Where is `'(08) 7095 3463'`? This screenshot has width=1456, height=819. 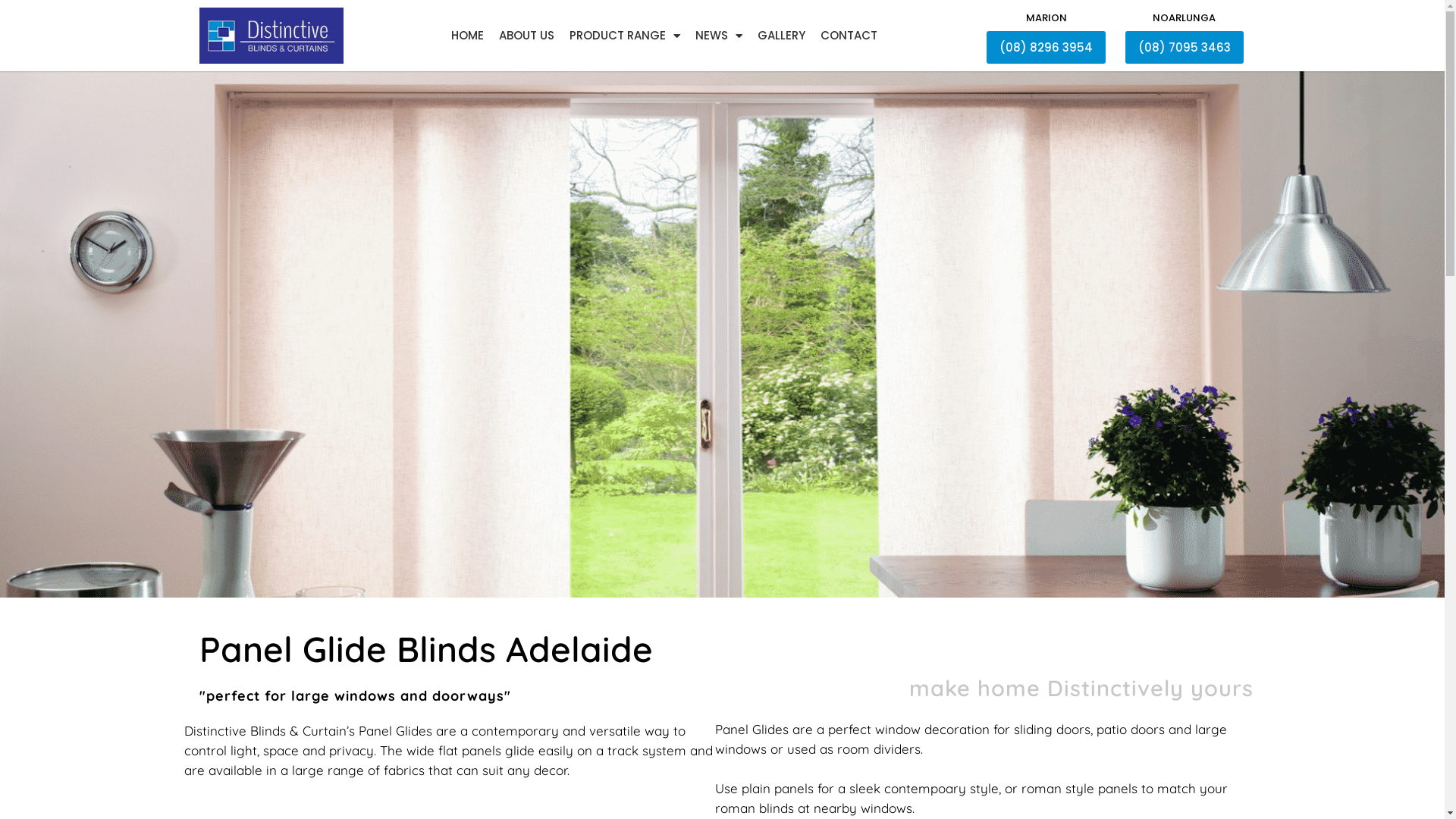 '(08) 7095 3463' is located at coordinates (1183, 46).